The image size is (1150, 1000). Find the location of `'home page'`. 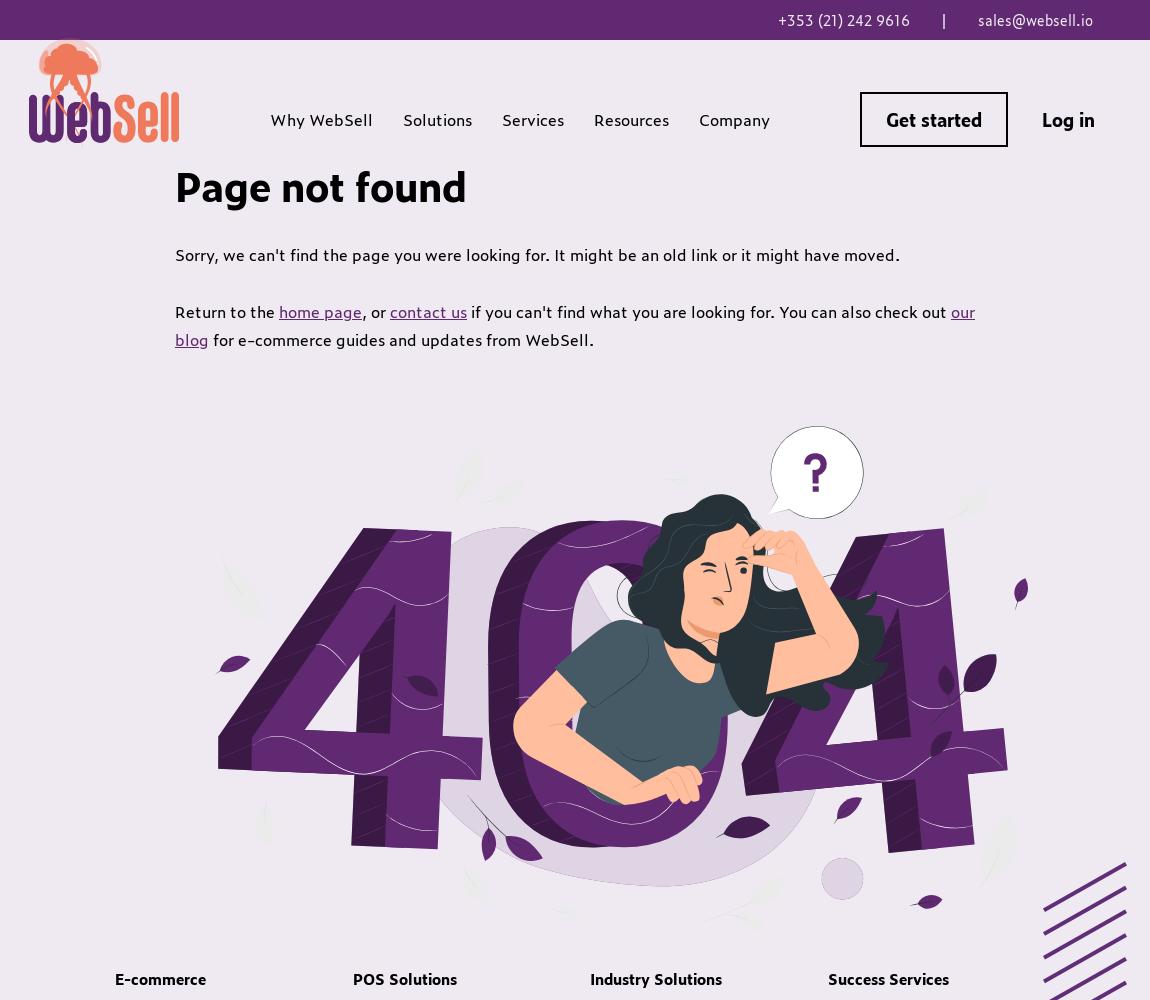

'home page' is located at coordinates (320, 311).